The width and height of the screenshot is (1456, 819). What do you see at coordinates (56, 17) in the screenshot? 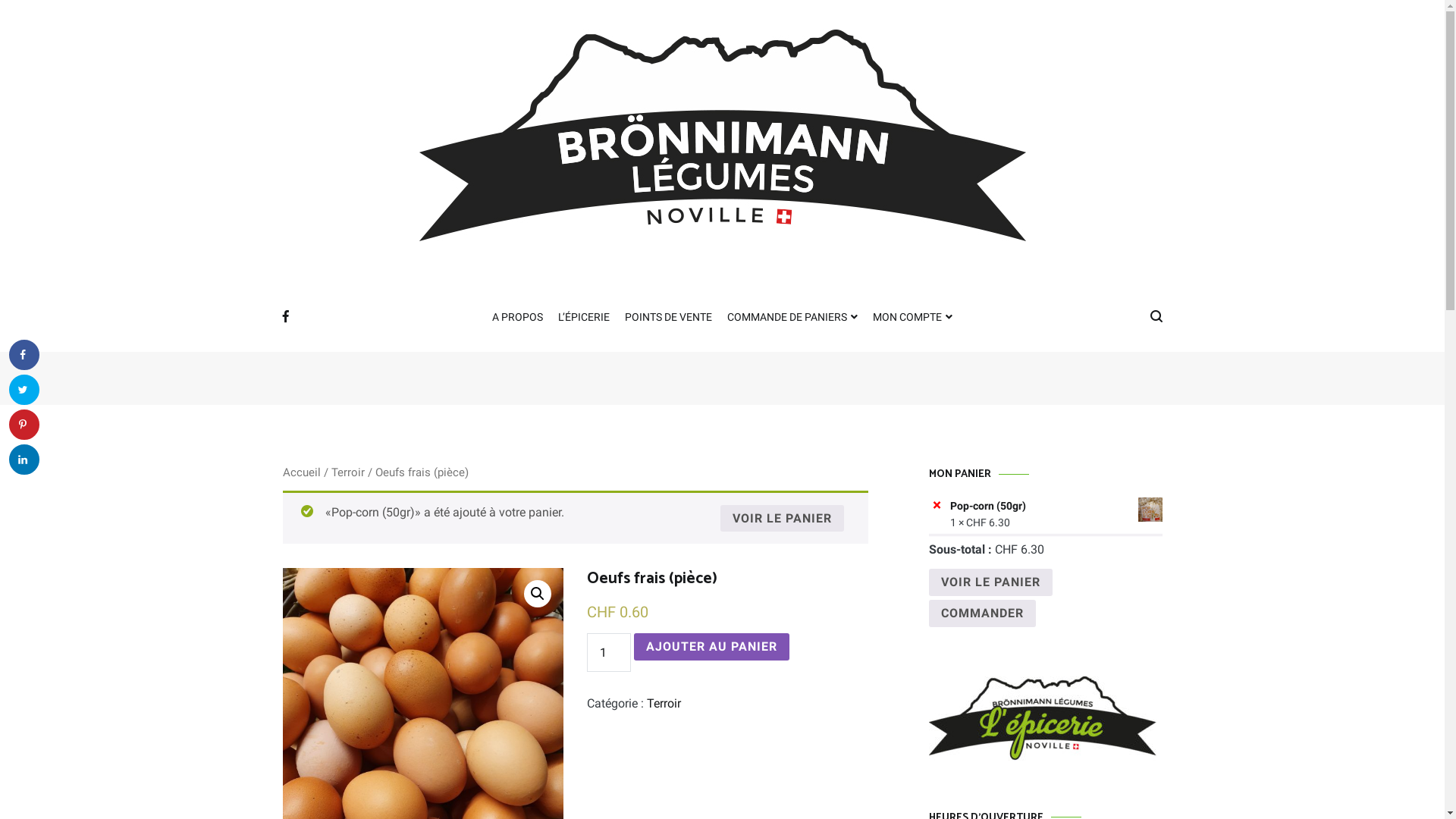
I see `'Rechercher'` at bounding box center [56, 17].